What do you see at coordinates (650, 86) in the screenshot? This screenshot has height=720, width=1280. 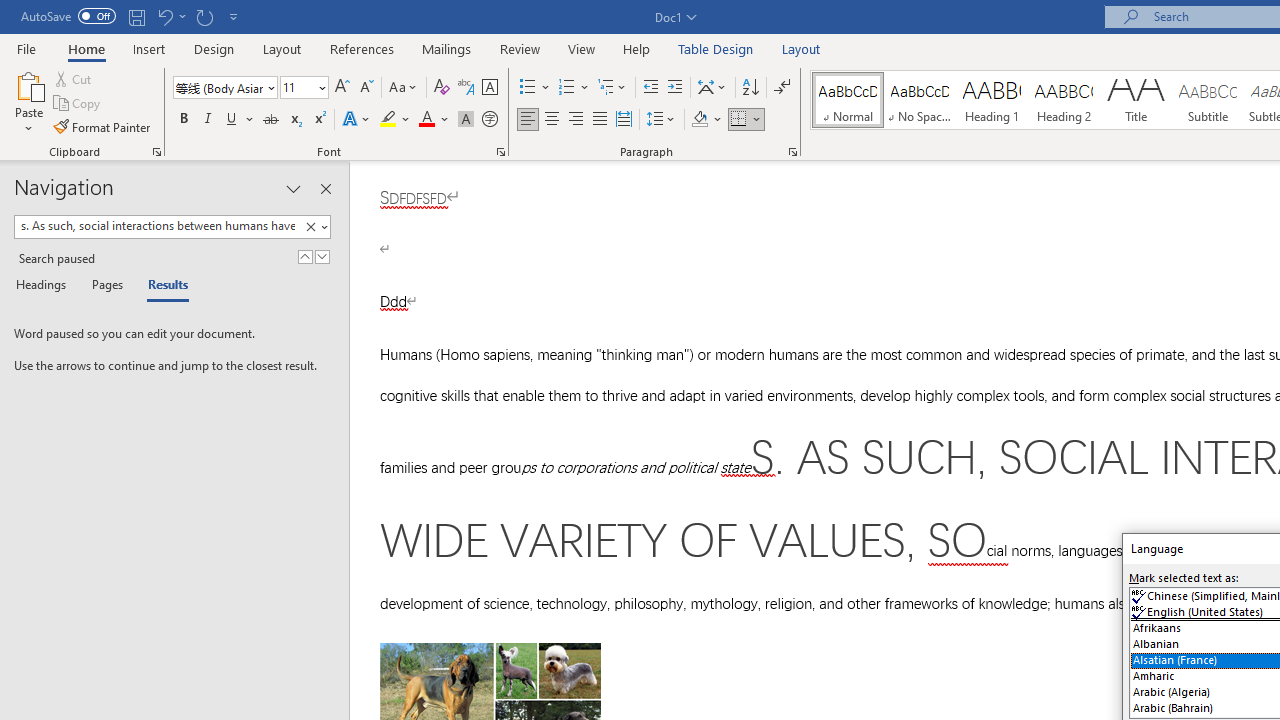 I see `'Decrease Indent'` at bounding box center [650, 86].